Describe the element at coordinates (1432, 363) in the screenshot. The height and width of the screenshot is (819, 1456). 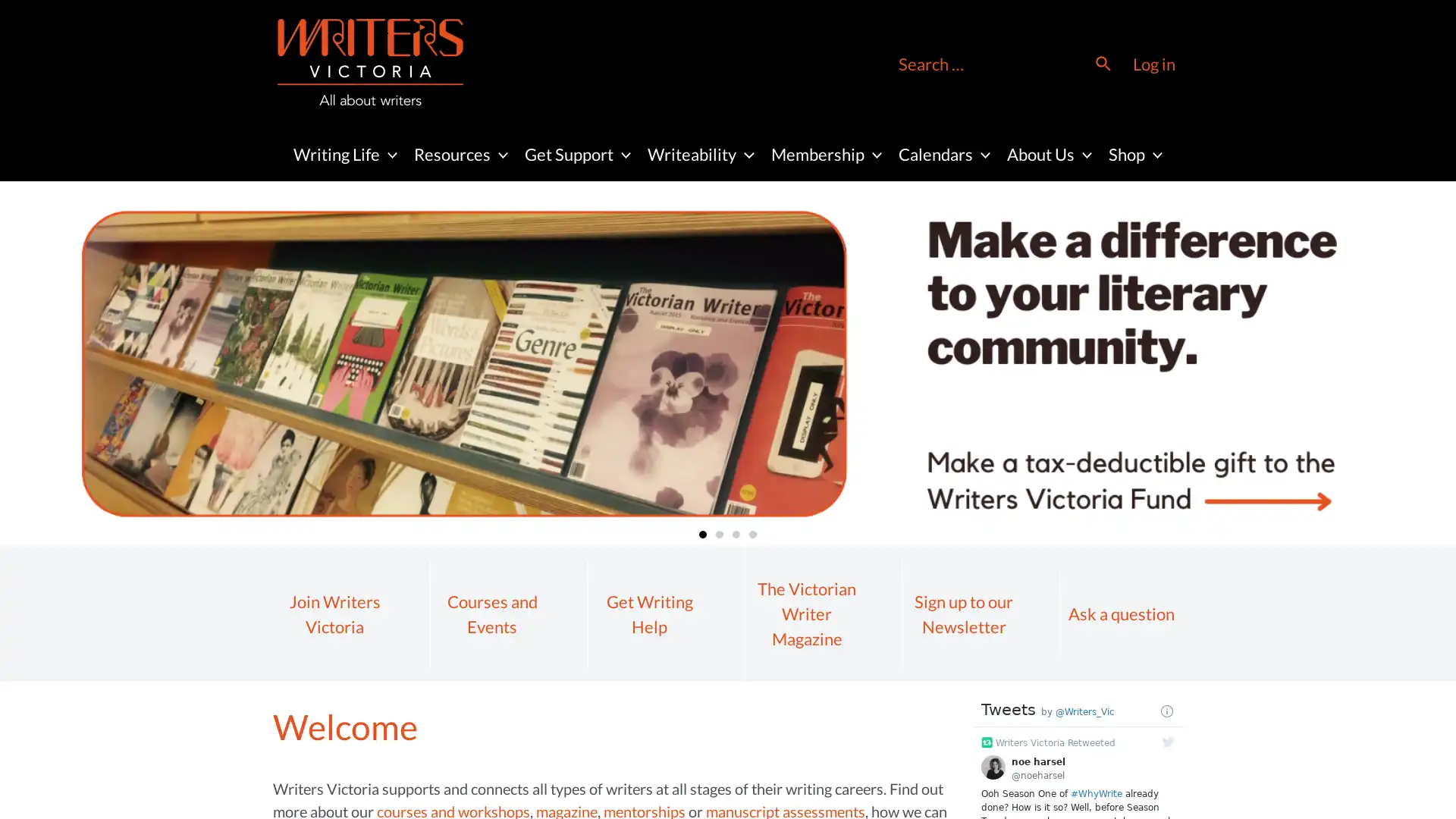
I see `Next slide` at that location.